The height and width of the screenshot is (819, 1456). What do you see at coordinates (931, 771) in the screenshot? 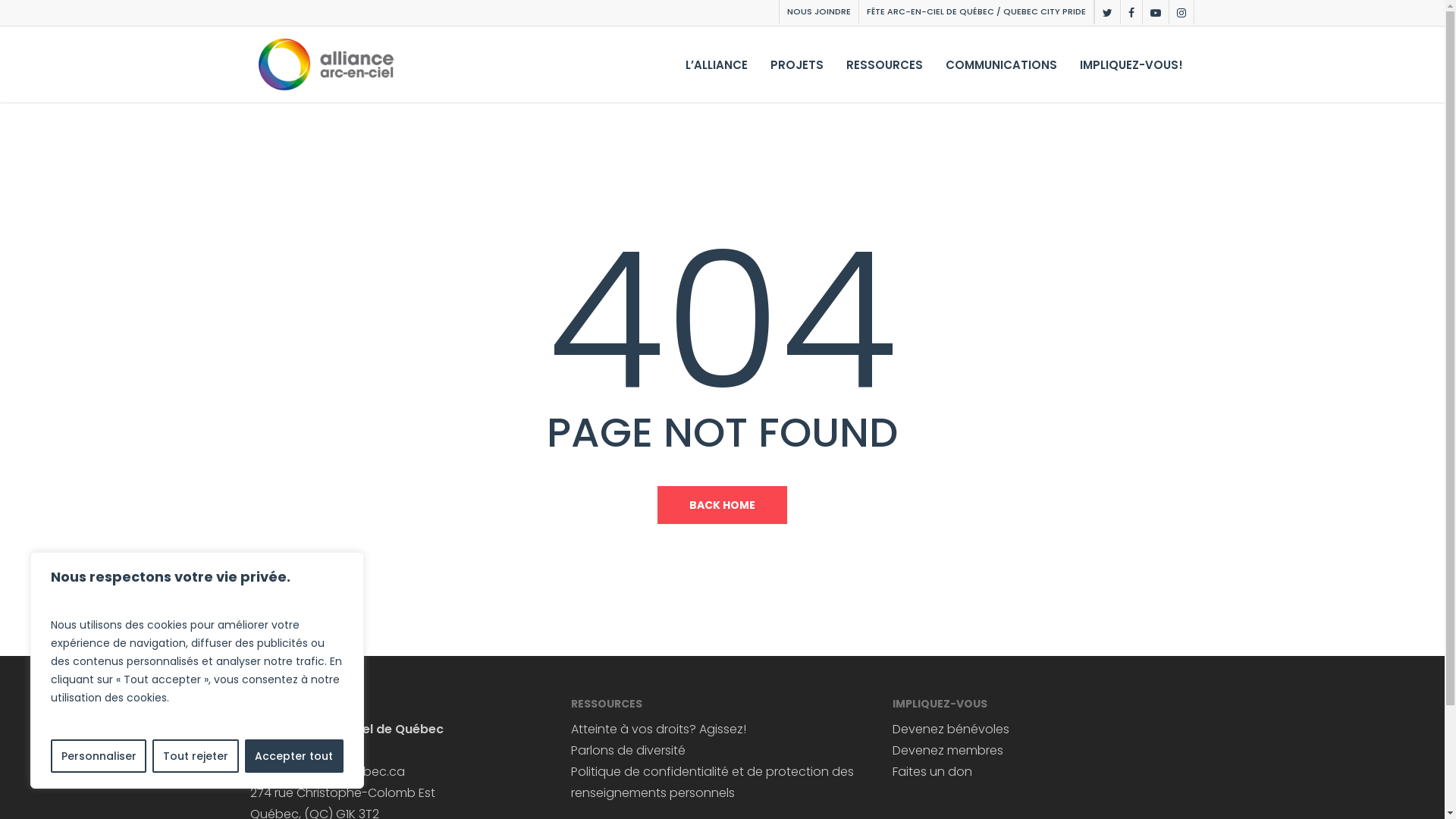
I see `'Faites un don'` at bounding box center [931, 771].